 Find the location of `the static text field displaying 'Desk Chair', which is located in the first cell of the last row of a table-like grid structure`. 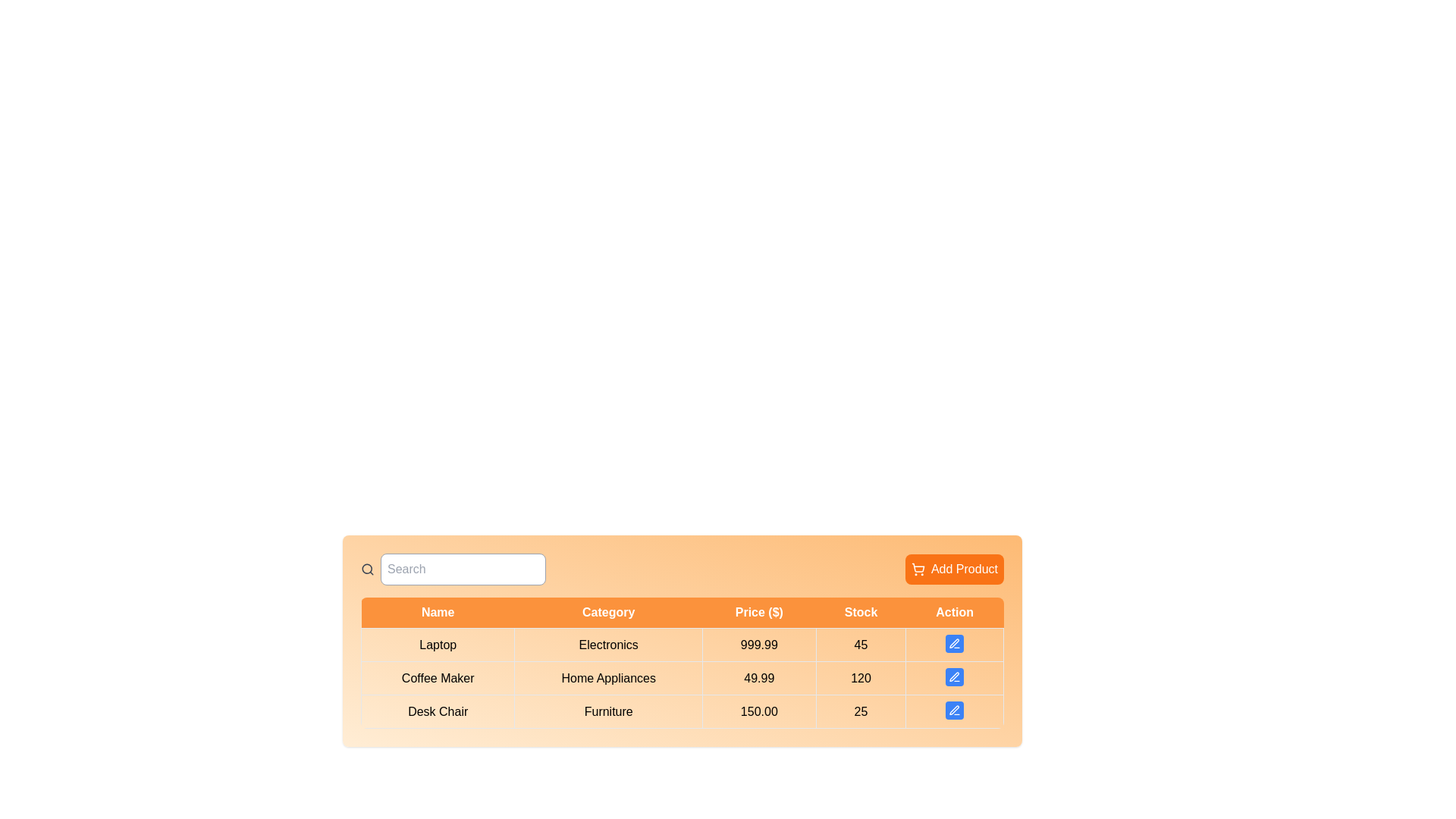

the static text field displaying 'Desk Chair', which is located in the first cell of the last row of a table-like grid structure is located at coordinates (437, 711).